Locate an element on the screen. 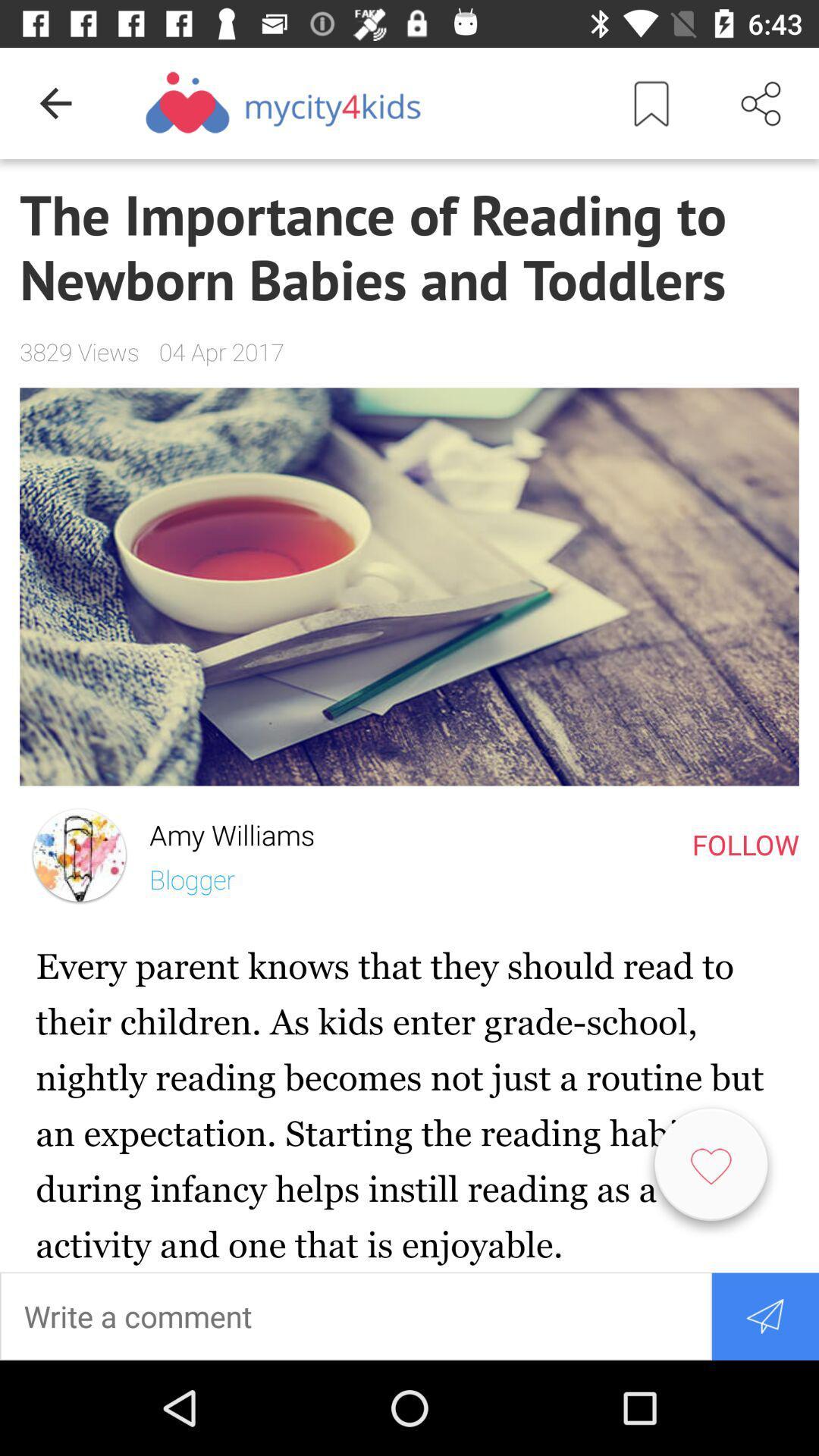 This screenshot has width=819, height=1456. the item next to follow icon is located at coordinates (222, 830).